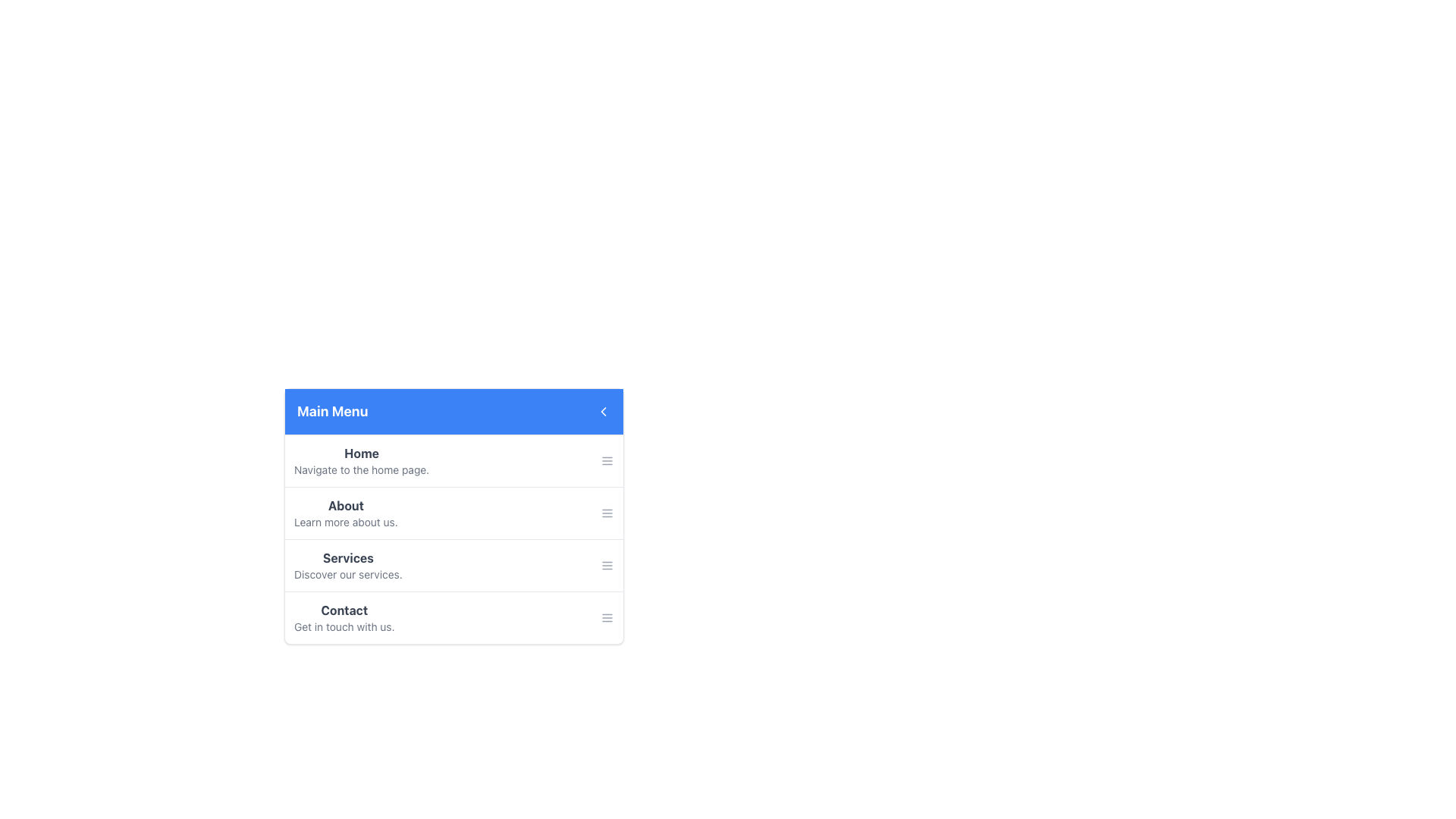 The image size is (1456, 819). I want to click on descriptive text label that provides guidance about the 'Home' menu item in the 'Main Menu' section, located below the bold 'Home' title, so click(361, 469).